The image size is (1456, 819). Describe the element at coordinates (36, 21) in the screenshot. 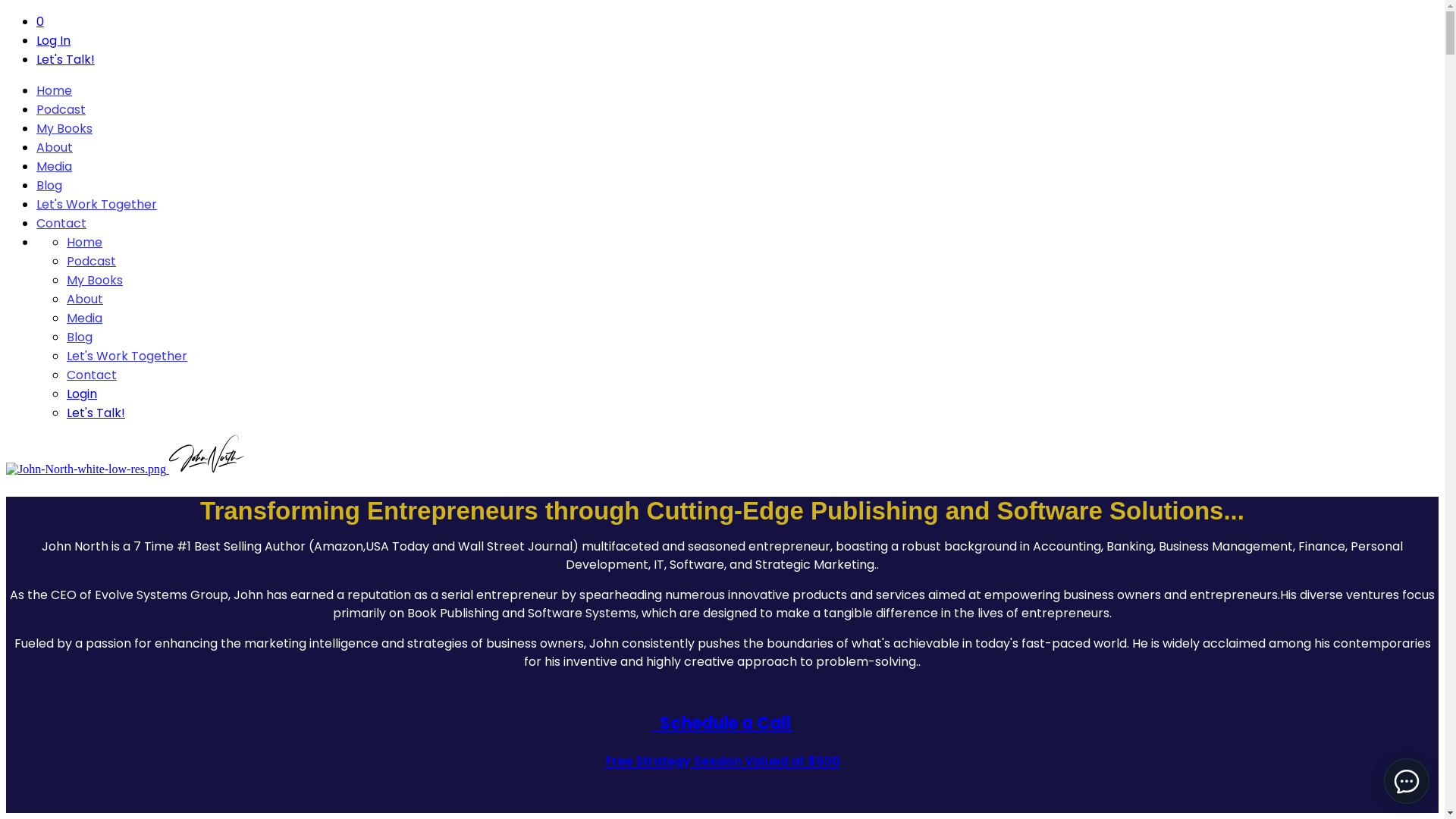

I see `'0'` at that location.